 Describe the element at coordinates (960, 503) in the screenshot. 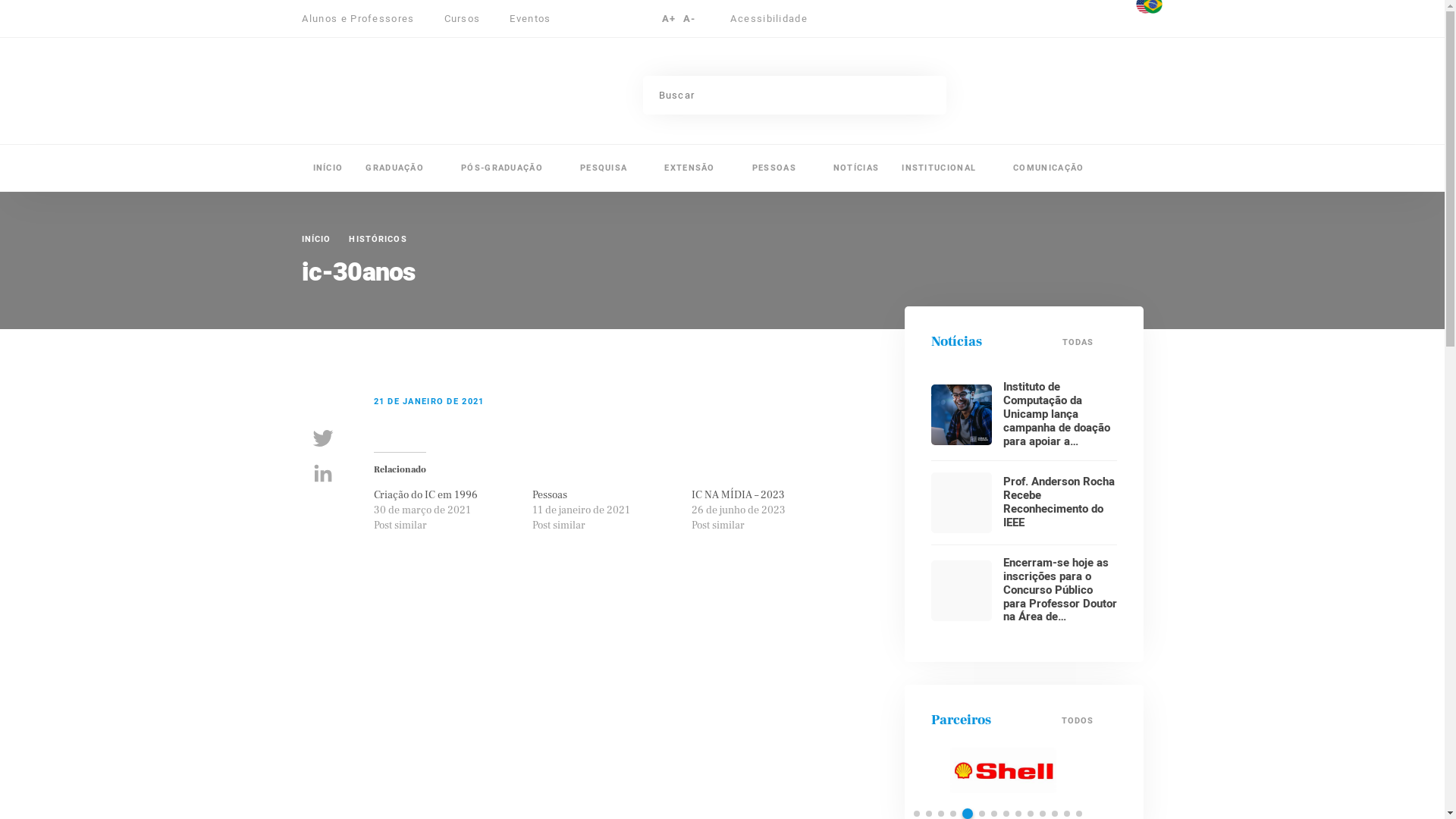

I see `'Prof. Anderson Rocha Recebe Reconhecimento do IEEE'` at that location.